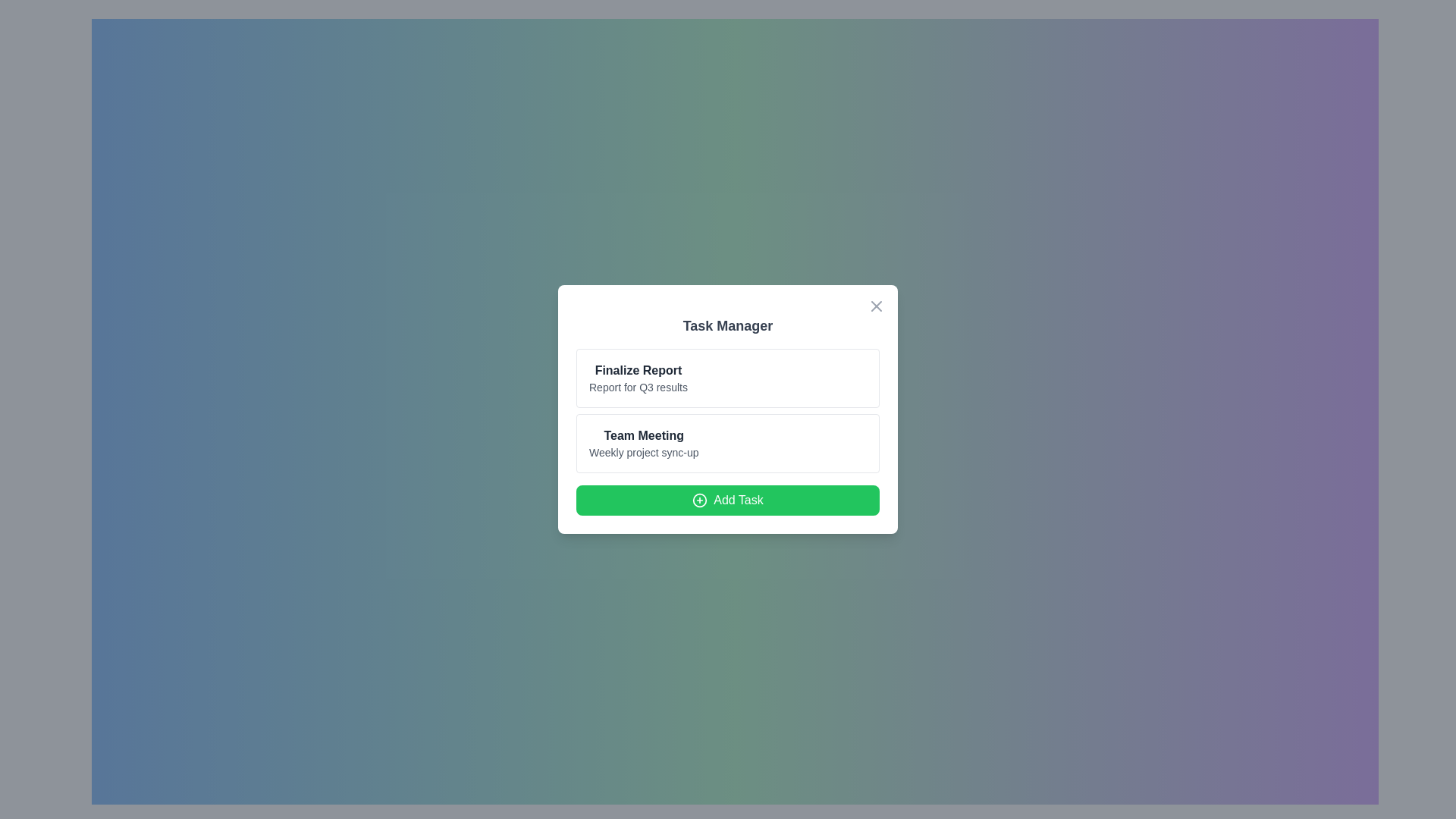 The width and height of the screenshot is (1456, 819). What do you see at coordinates (699, 500) in the screenshot?
I see `the icon within the green 'Add Task' button located at the bottom of the 'Task Manager' modal` at bounding box center [699, 500].